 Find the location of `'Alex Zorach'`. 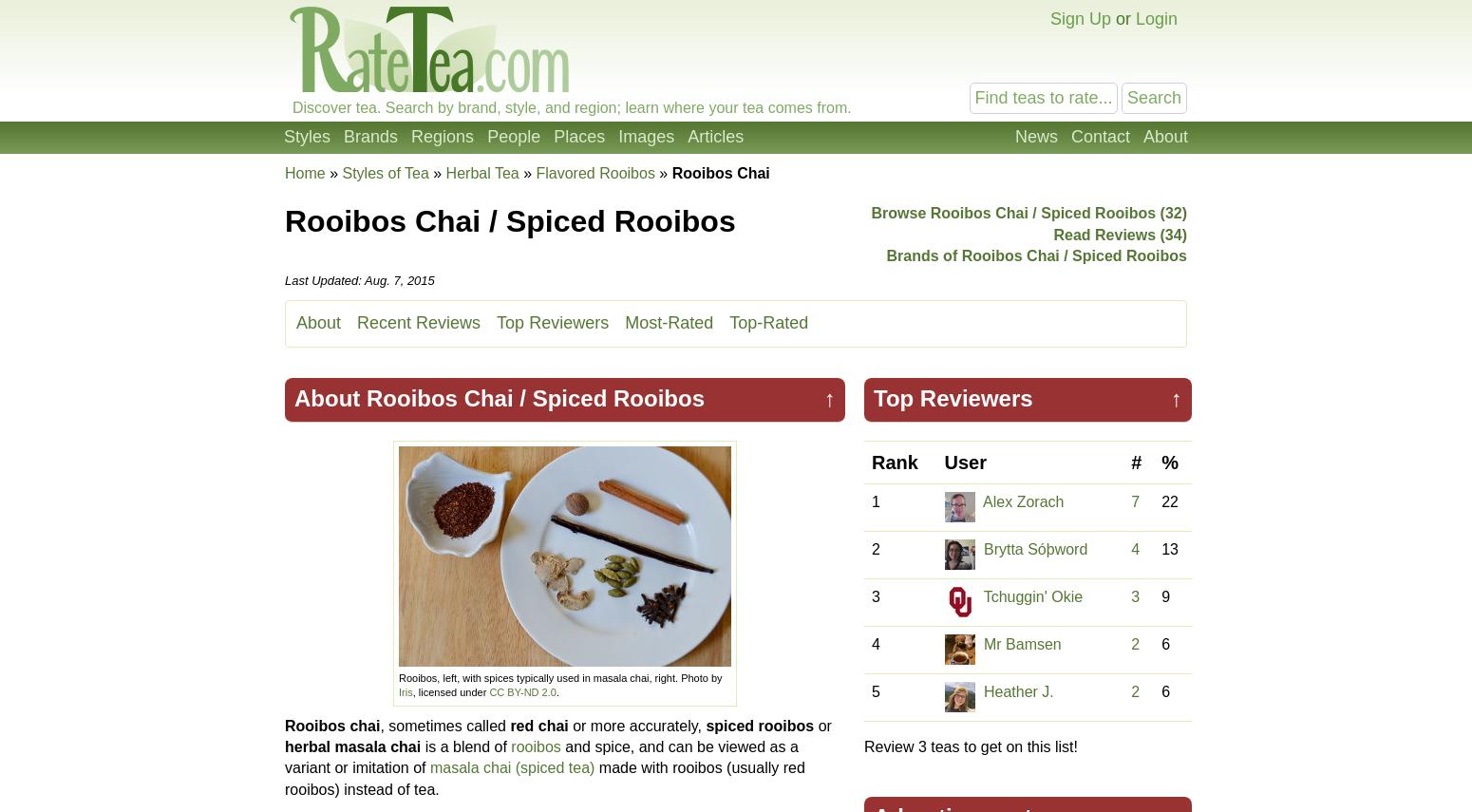

'Alex Zorach' is located at coordinates (1023, 501).